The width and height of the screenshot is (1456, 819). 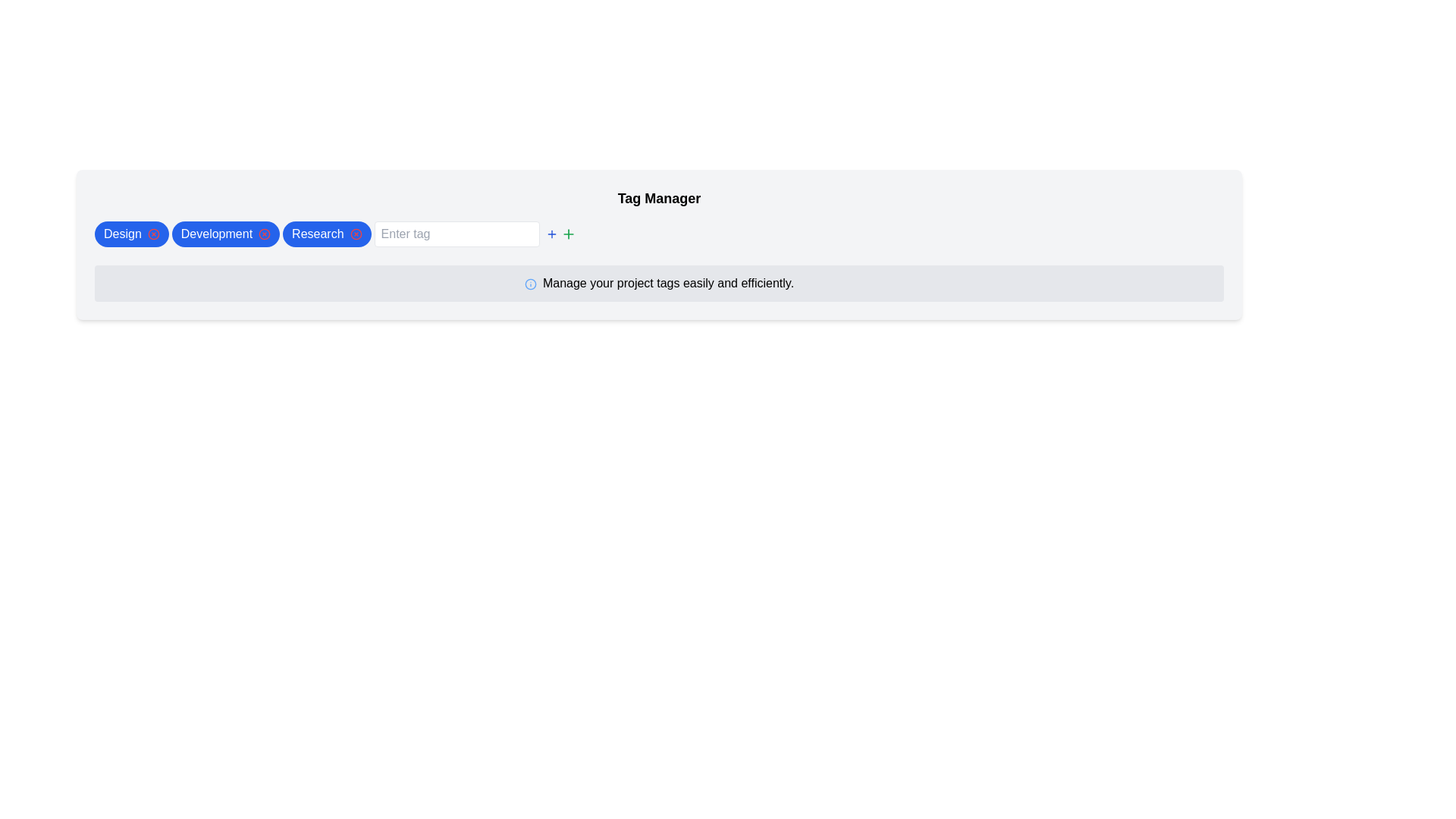 What do you see at coordinates (224, 234) in the screenshot?
I see `the 'Development' Tag button` at bounding box center [224, 234].